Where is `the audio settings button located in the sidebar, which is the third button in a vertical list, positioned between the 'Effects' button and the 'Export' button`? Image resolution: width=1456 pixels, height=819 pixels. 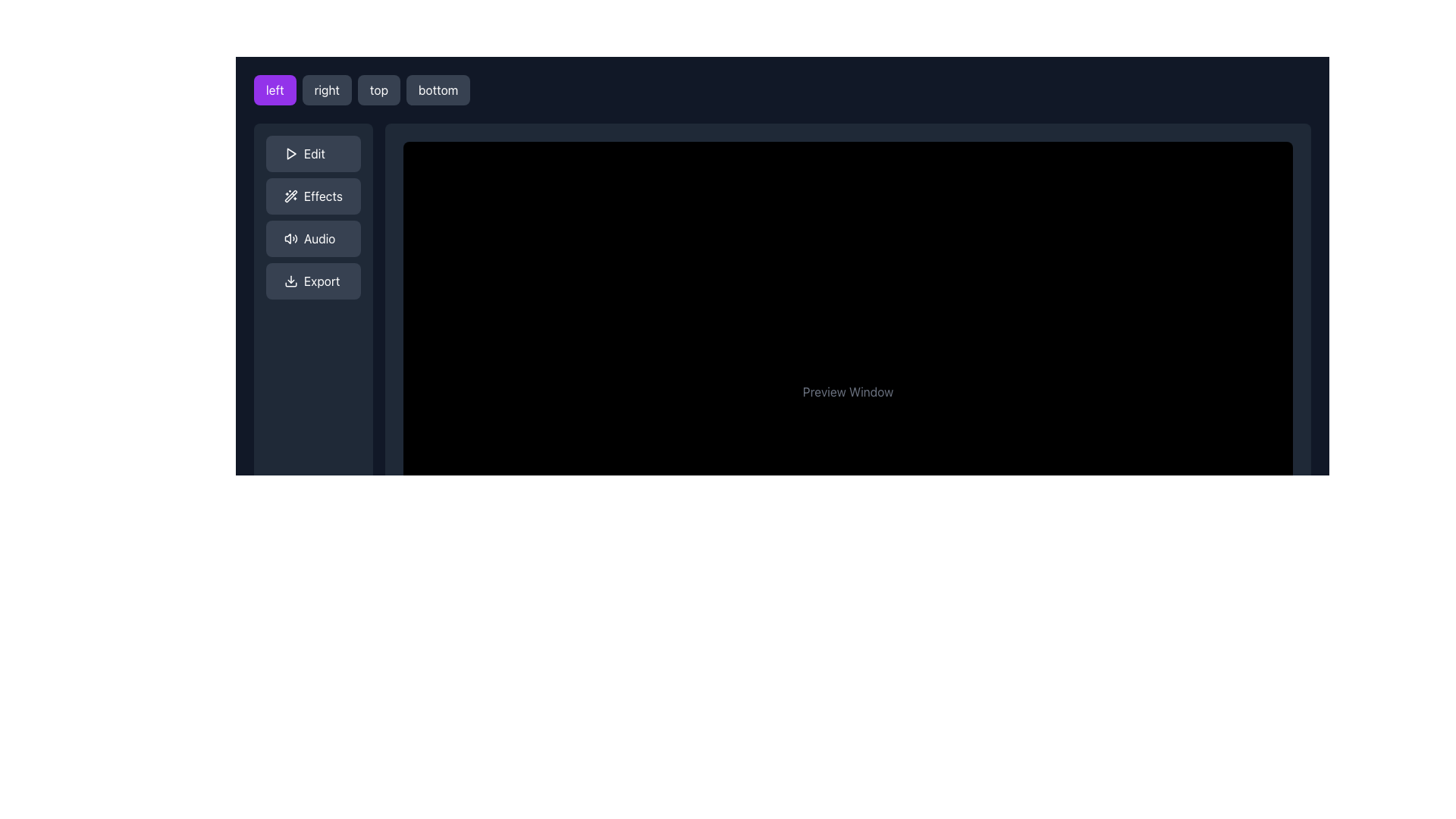
the audio settings button located in the sidebar, which is the third button in a vertical list, positioned between the 'Effects' button and the 'Export' button is located at coordinates (312, 239).